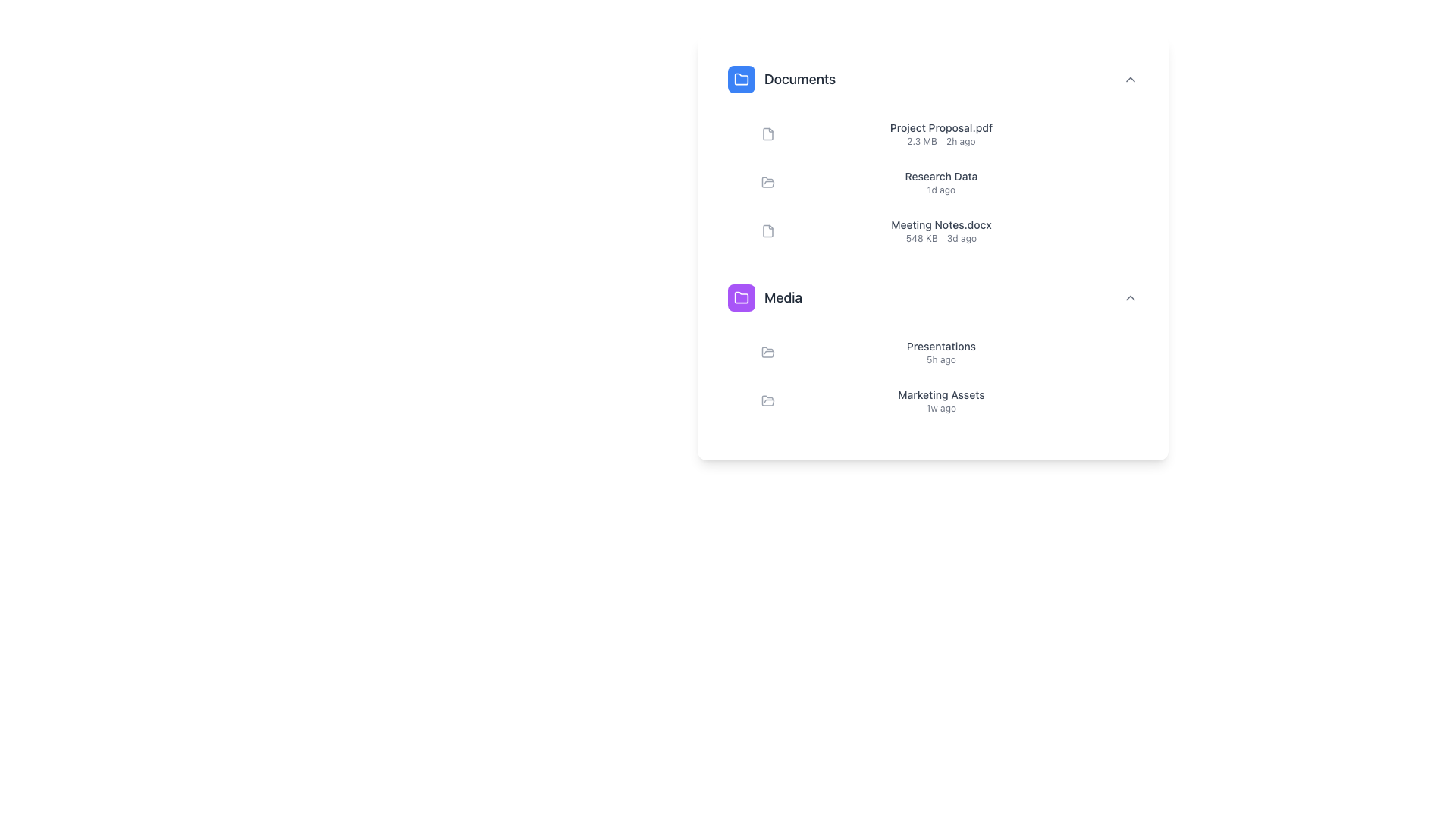  Describe the element at coordinates (767, 231) in the screenshot. I see `the document icon for 'Meeting Notes.docx' which is gray and has a stylized corner fold, located at the far left side of the file name in the 'Documents' section` at that location.